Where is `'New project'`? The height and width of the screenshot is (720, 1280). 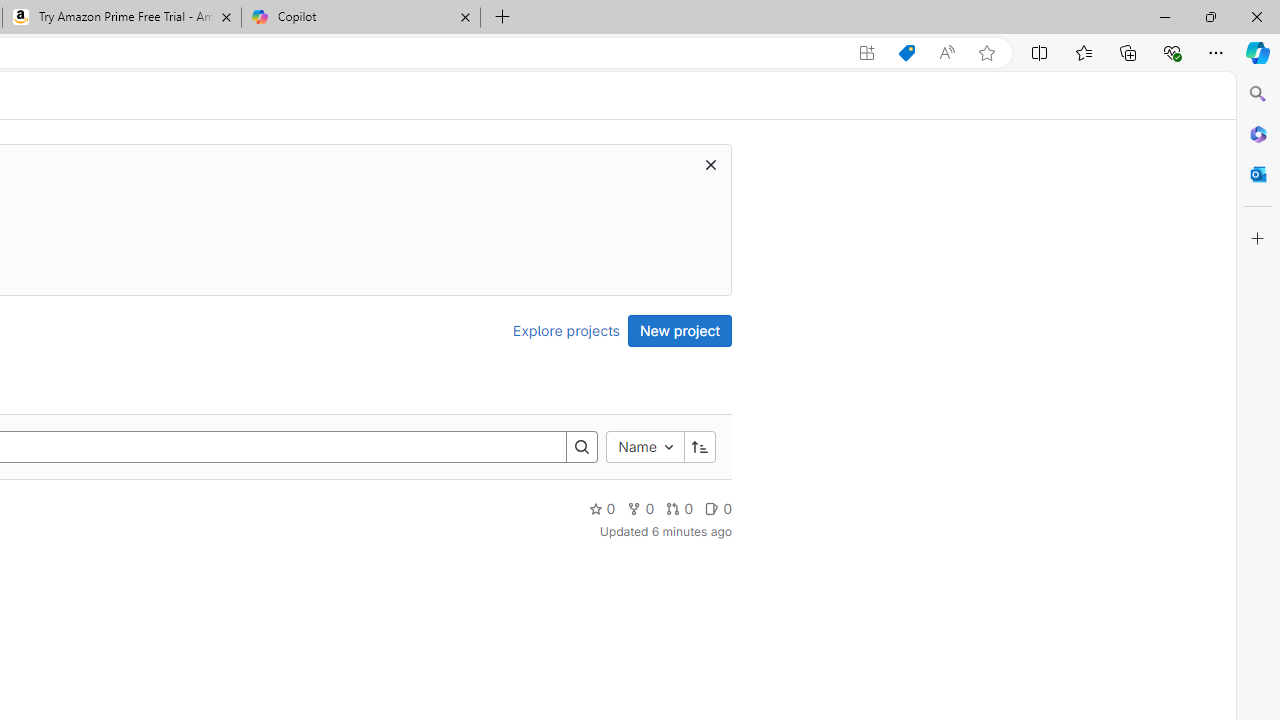 'New project' is located at coordinates (680, 329).